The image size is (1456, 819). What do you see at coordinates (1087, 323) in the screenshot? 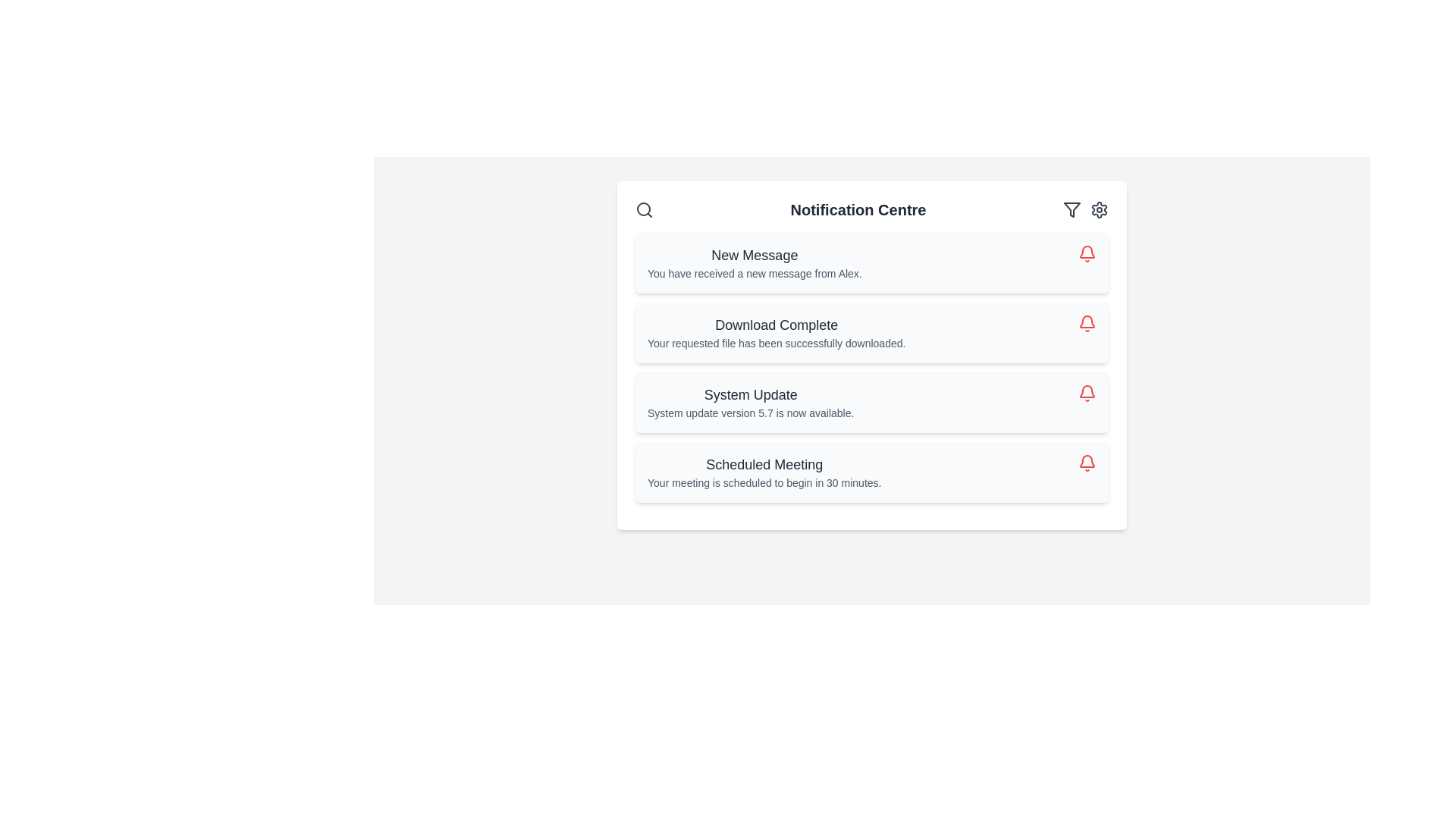
I see `the icon button located in the right corner of the second notification card, which interacts with the notification it is associated with` at bounding box center [1087, 323].